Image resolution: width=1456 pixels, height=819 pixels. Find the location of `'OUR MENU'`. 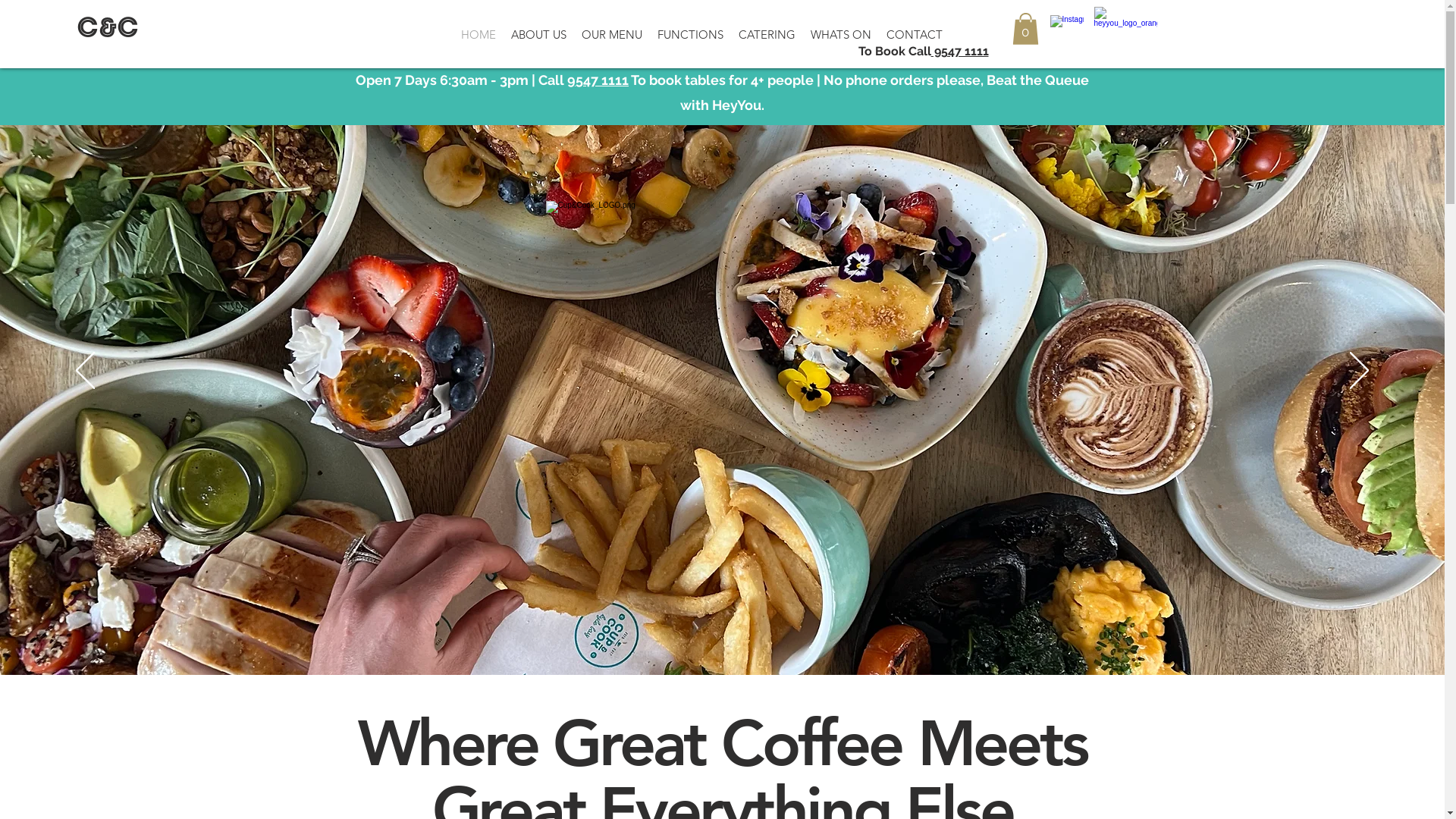

'OUR MENU' is located at coordinates (611, 34).